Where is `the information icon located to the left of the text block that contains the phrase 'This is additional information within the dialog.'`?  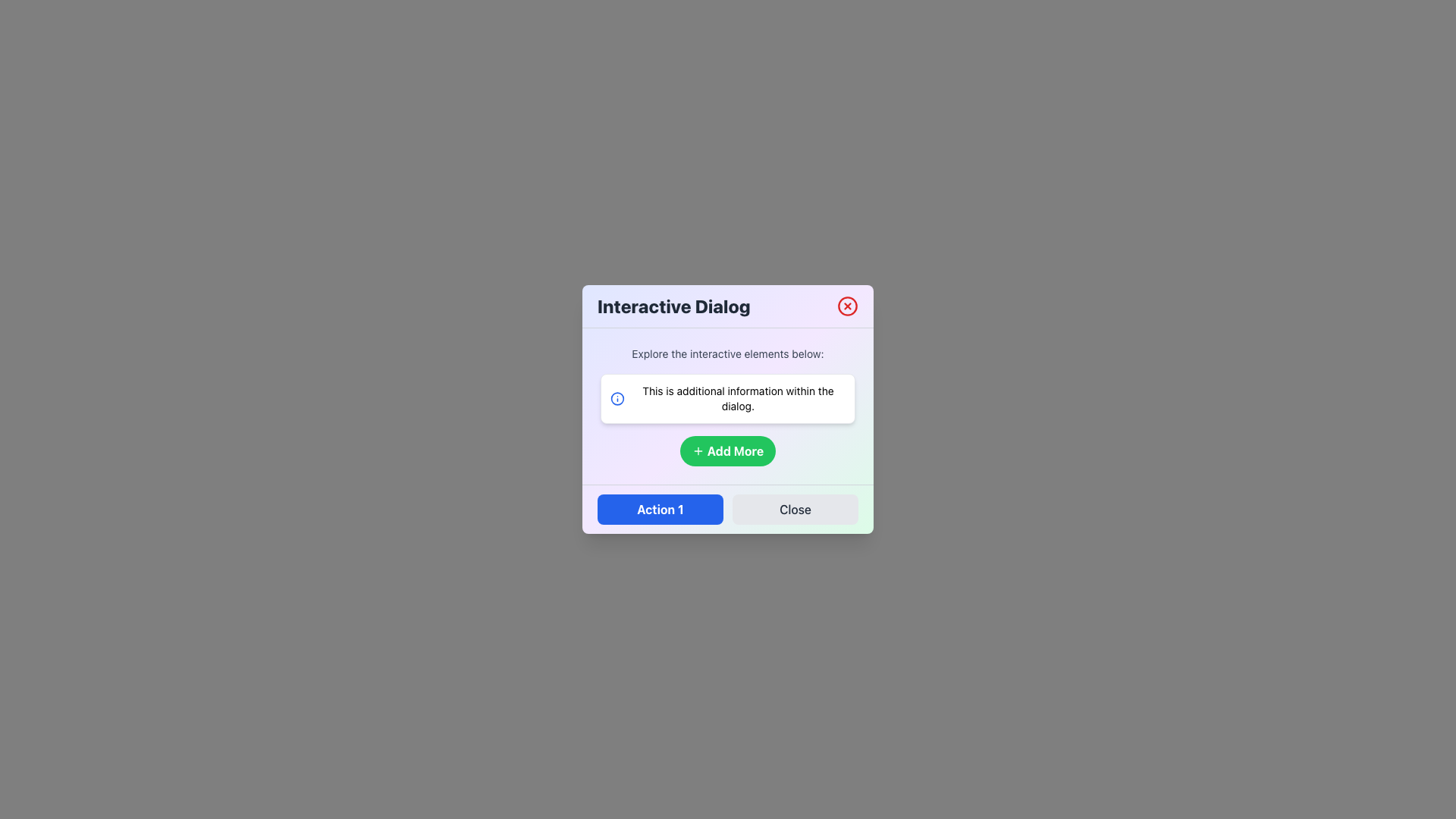
the information icon located to the left of the text block that contains the phrase 'This is additional information within the dialog.' is located at coordinates (617, 397).